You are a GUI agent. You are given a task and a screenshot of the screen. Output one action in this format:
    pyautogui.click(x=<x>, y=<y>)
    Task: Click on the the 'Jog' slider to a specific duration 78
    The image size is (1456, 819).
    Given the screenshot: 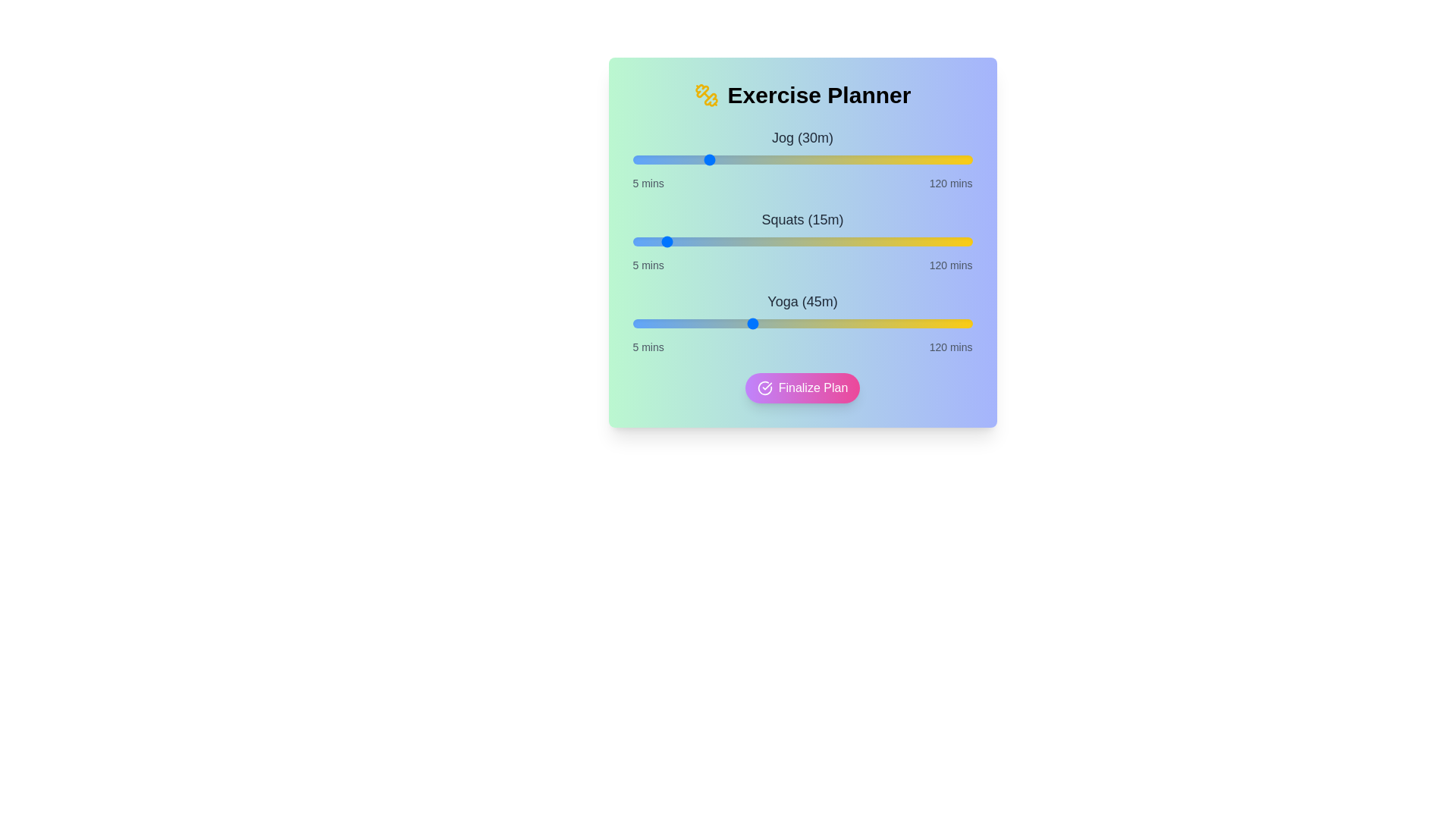 What is the action you would take?
    pyautogui.click(x=847, y=160)
    